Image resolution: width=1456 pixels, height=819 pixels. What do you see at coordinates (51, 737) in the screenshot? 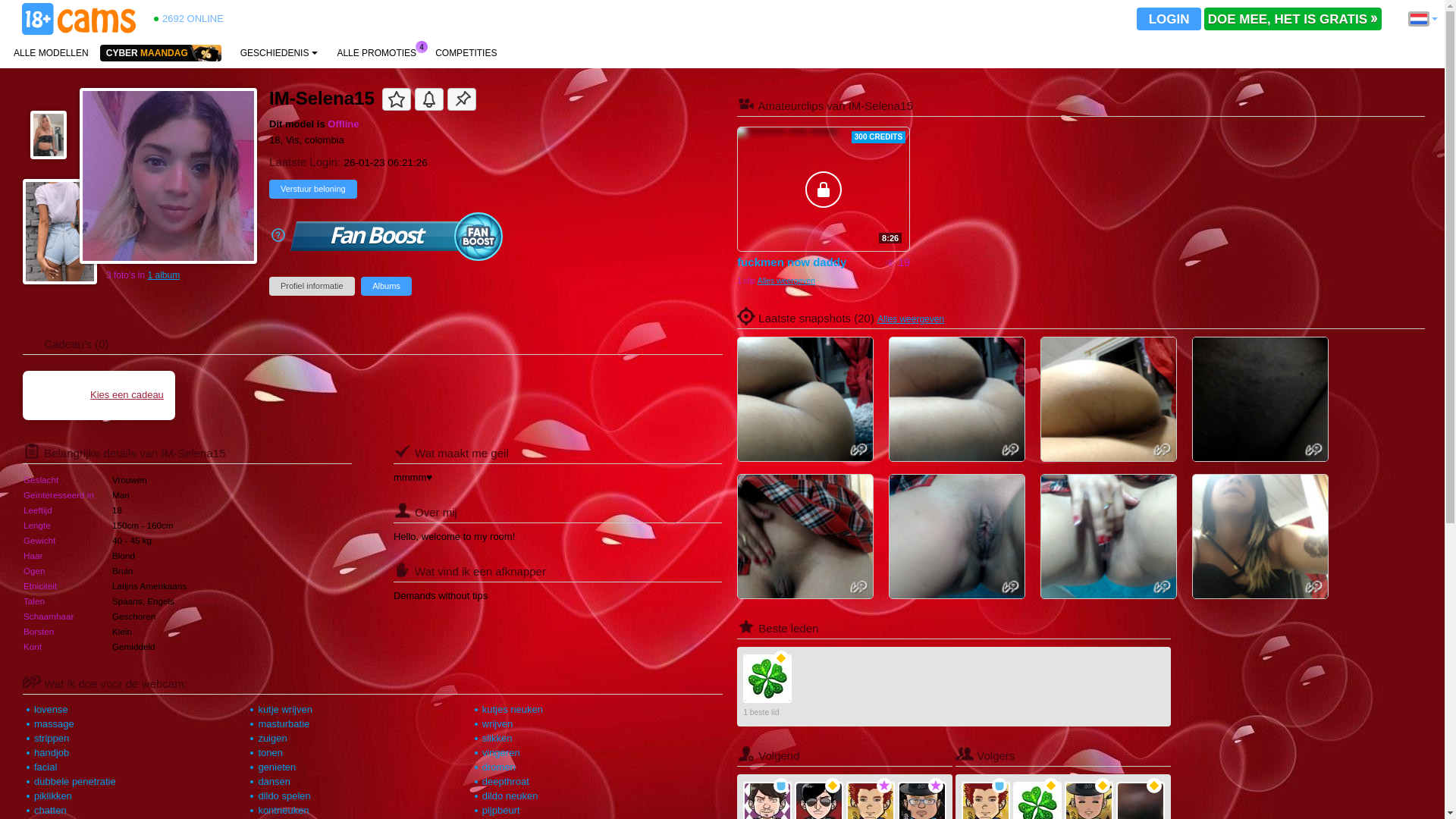
I see `'strippen'` at bounding box center [51, 737].